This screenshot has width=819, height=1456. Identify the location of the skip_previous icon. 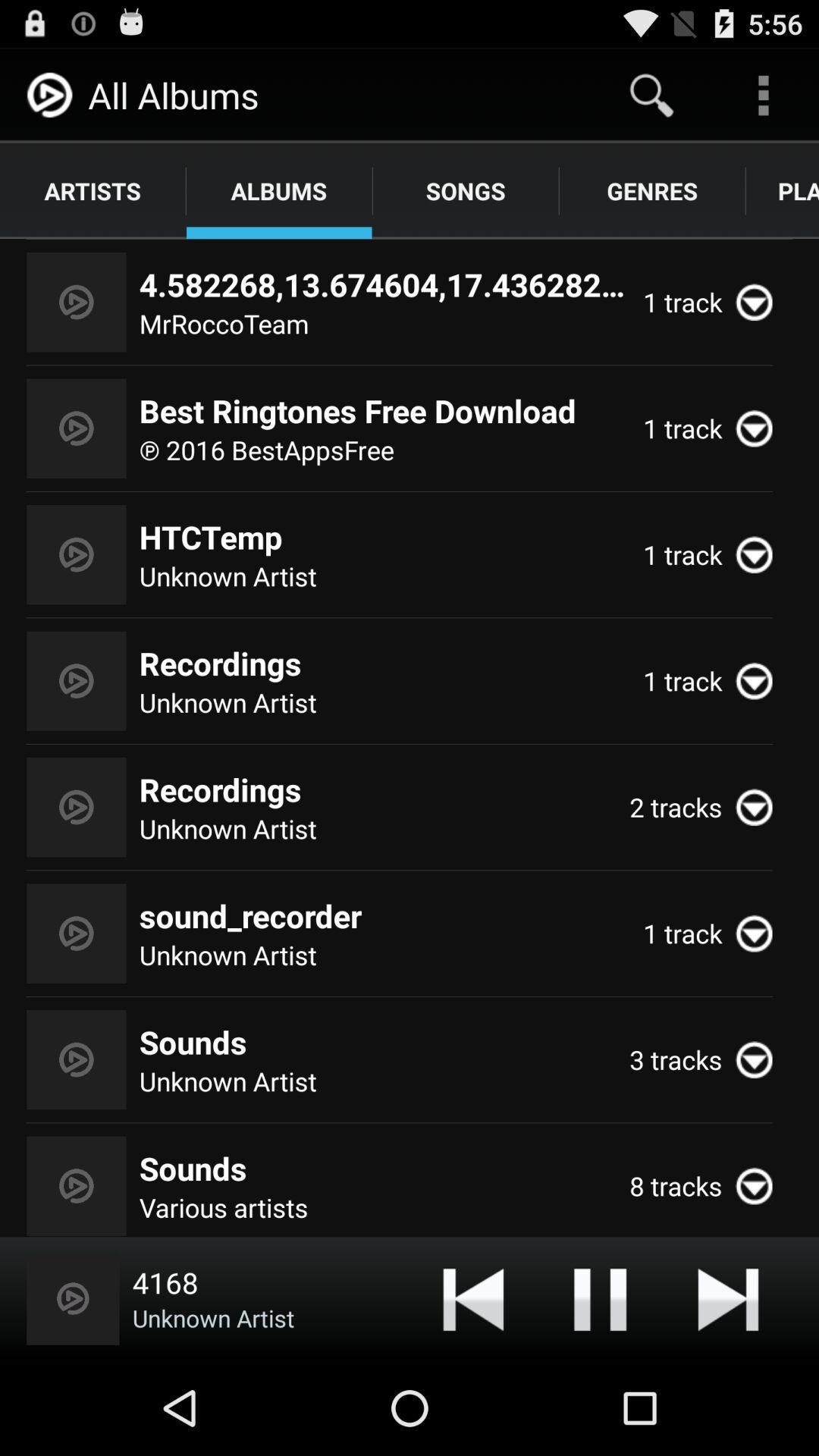
(472, 1389).